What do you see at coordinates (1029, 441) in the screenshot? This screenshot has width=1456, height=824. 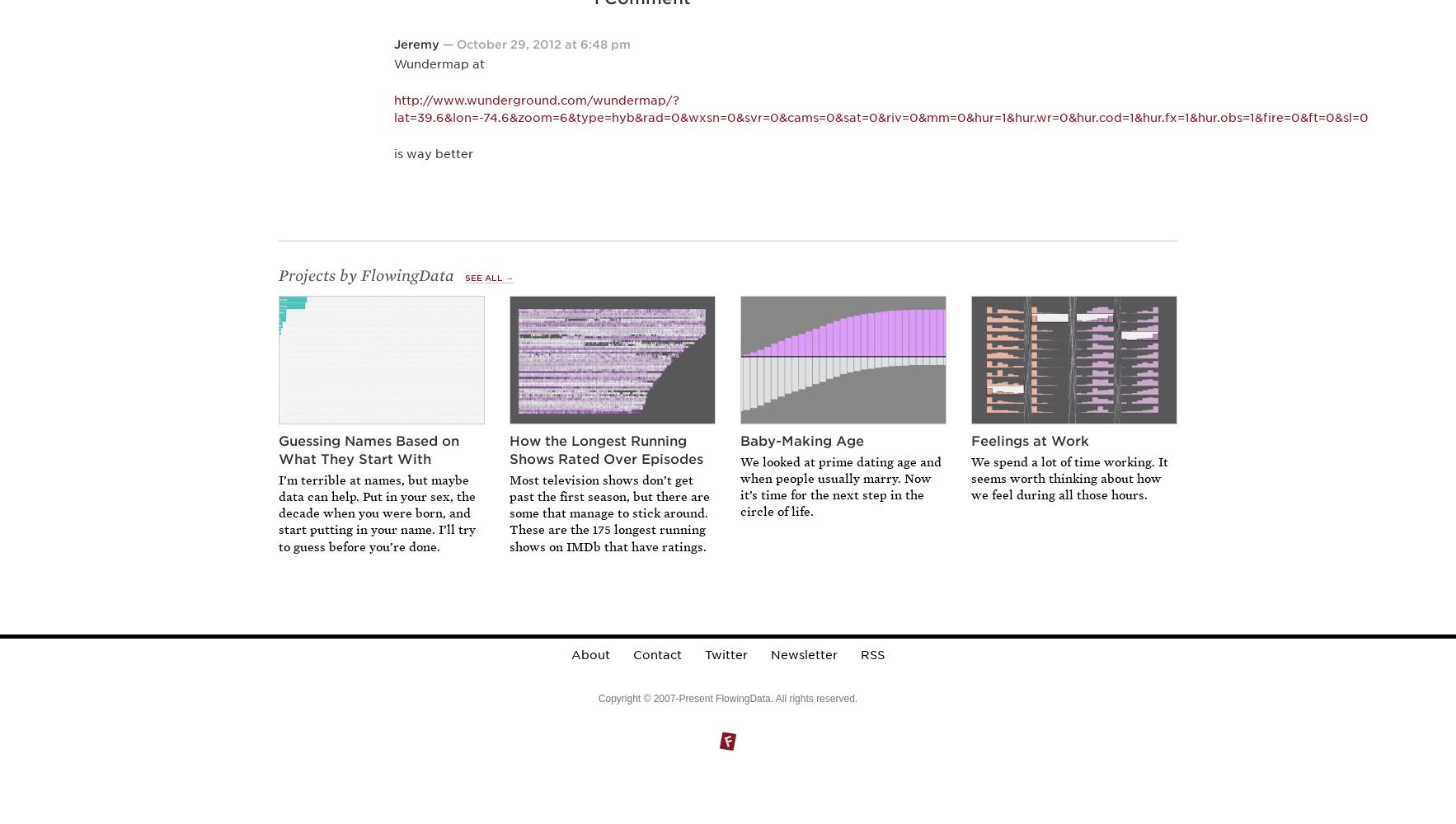 I see `'Feelings at Work'` at bounding box center [1029, 441].